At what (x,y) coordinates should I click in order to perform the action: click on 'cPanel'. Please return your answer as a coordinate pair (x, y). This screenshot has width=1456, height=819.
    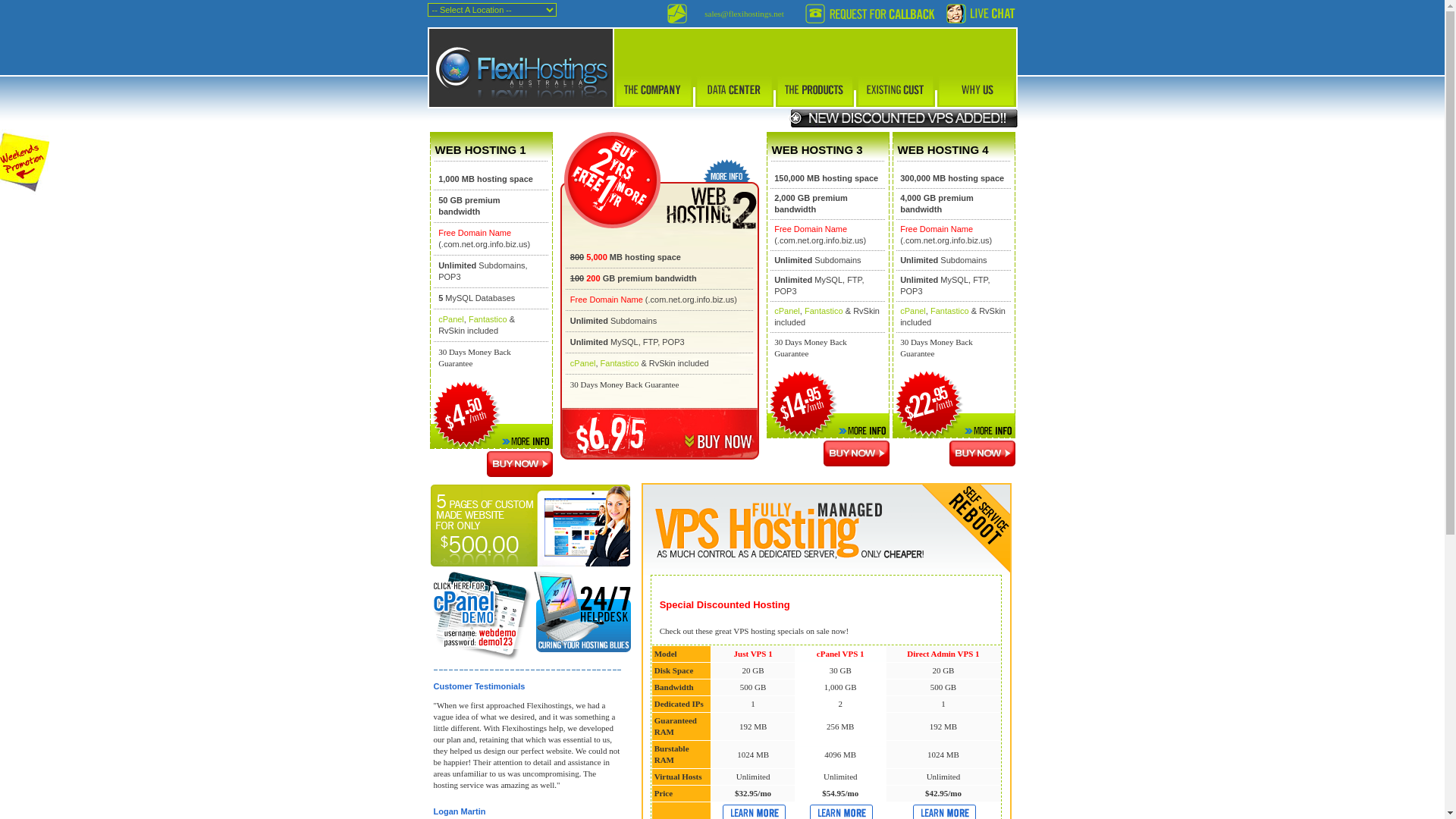
    Looking at the image, I should click on (582, 362).